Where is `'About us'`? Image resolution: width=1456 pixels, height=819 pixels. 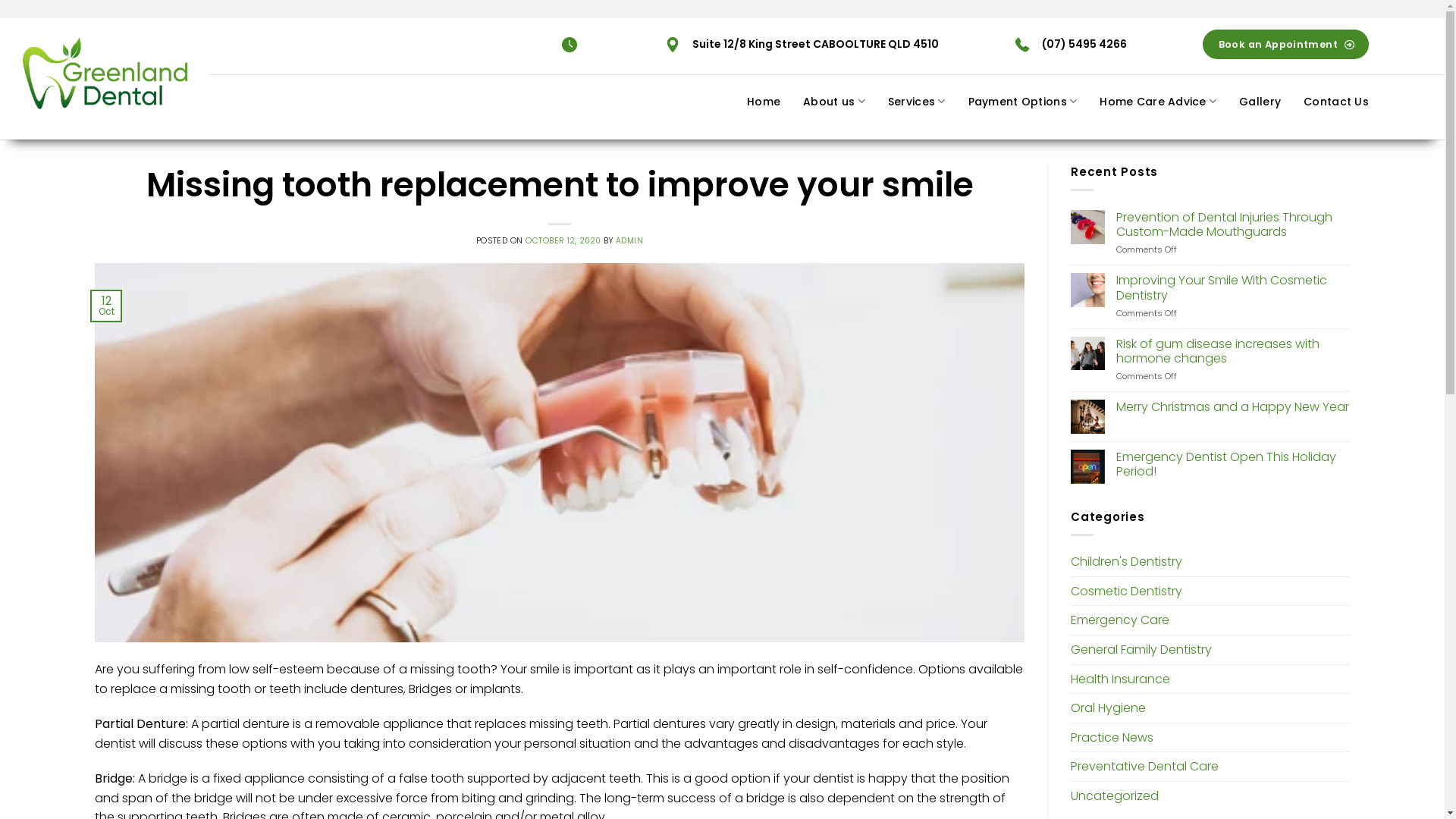 'About us' is located at coordinates (833, 101).